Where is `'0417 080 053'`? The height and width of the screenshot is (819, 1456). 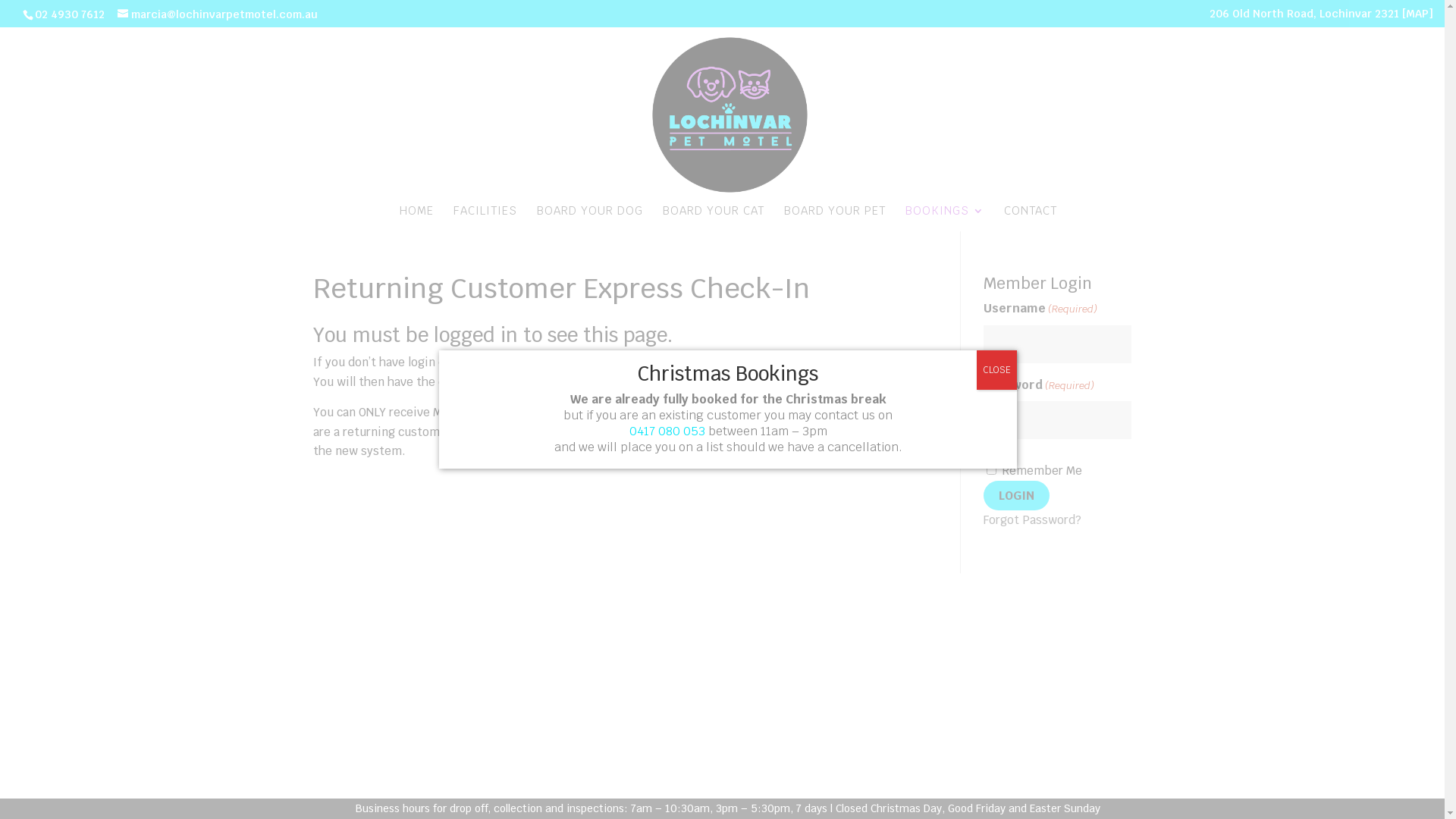
'0417 080 053' is located at coordinates (629, 431).